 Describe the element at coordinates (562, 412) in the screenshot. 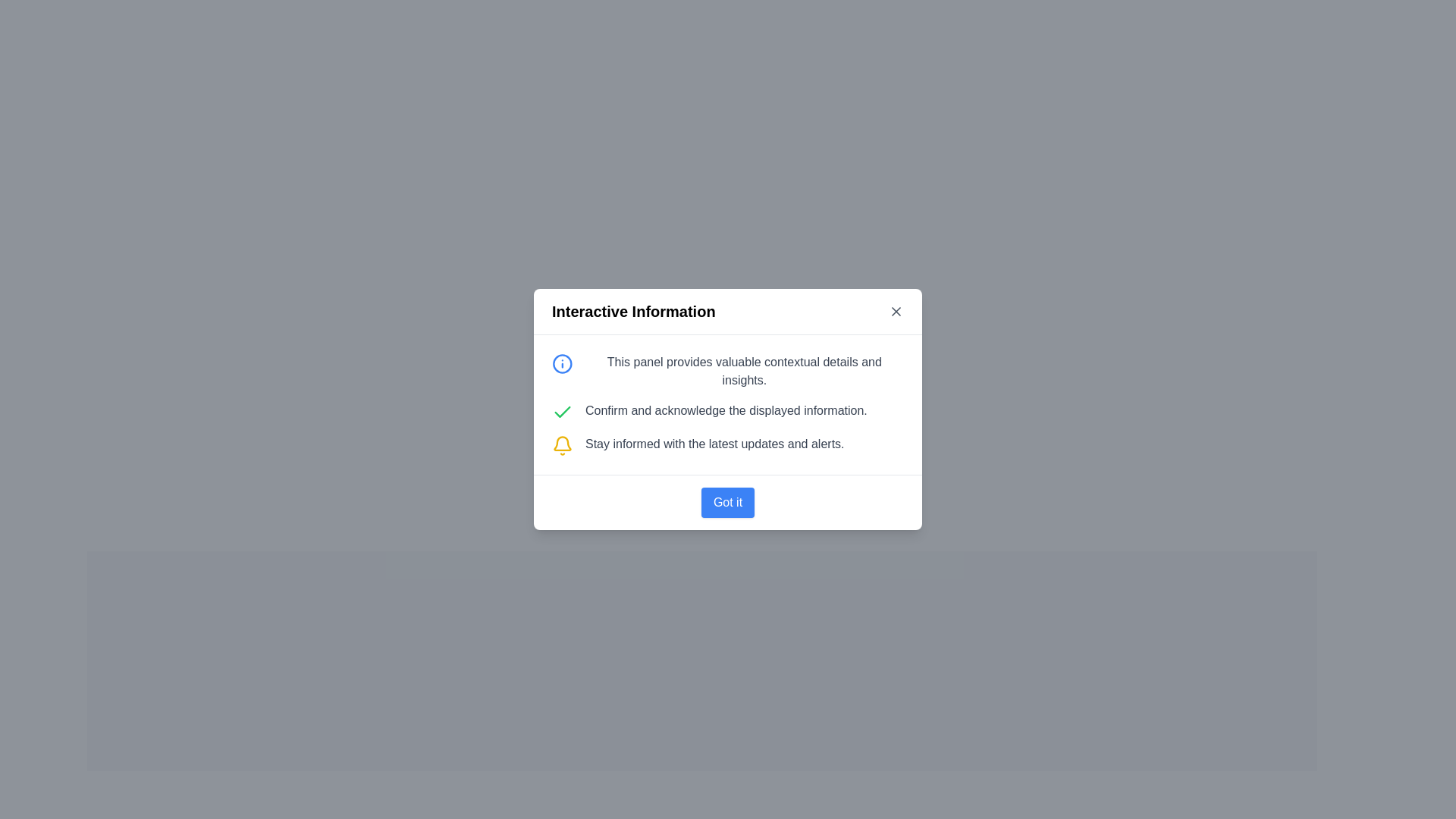

I see `the leftmost confirmation icon located in the second row, which signifies success or completion, before the text 'Confirm and acknowledge the displayed information.'` at that location.